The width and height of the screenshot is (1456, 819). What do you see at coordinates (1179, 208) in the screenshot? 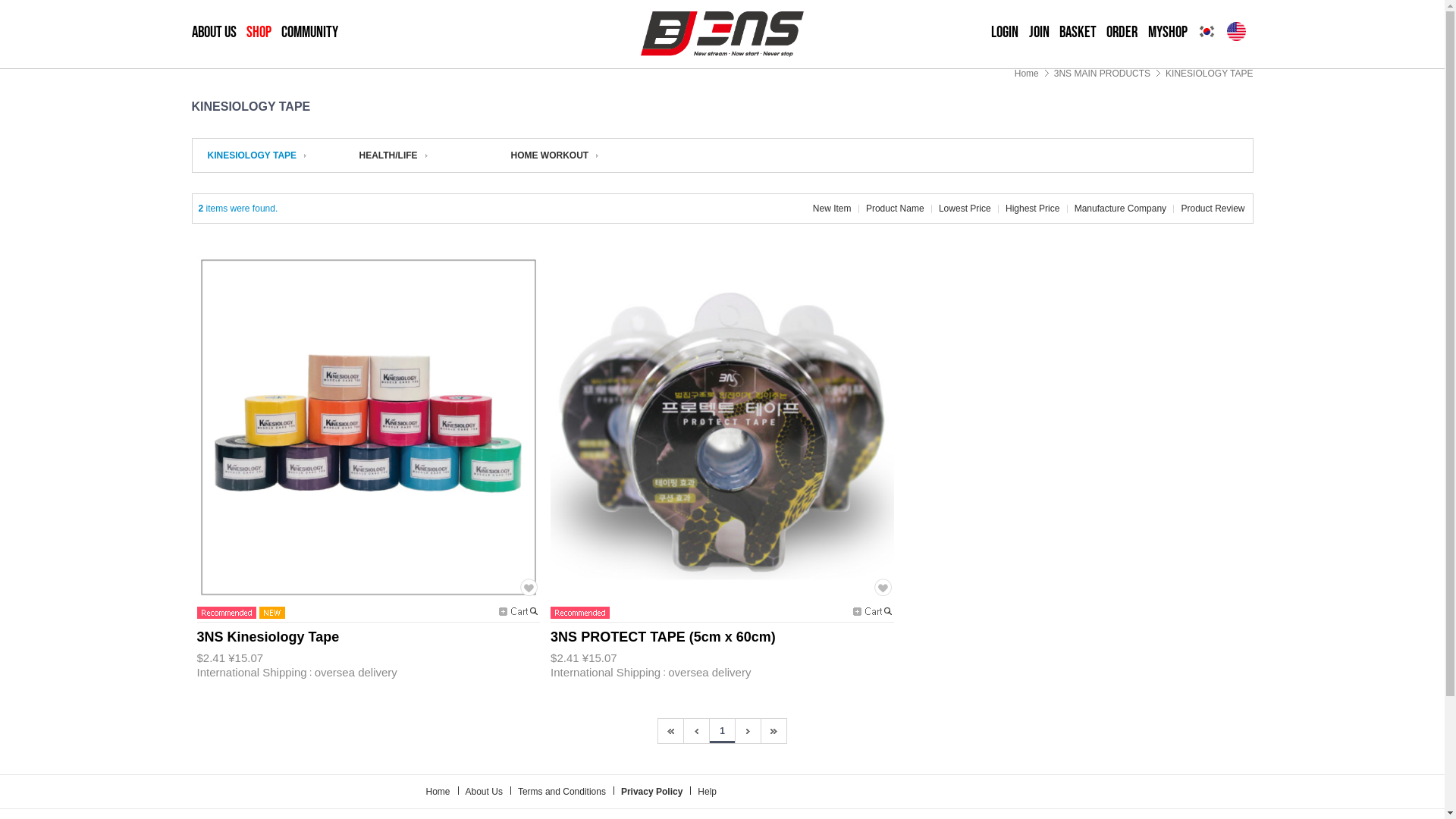
I see `'Product Review'` at bounding box center [1179, 208].